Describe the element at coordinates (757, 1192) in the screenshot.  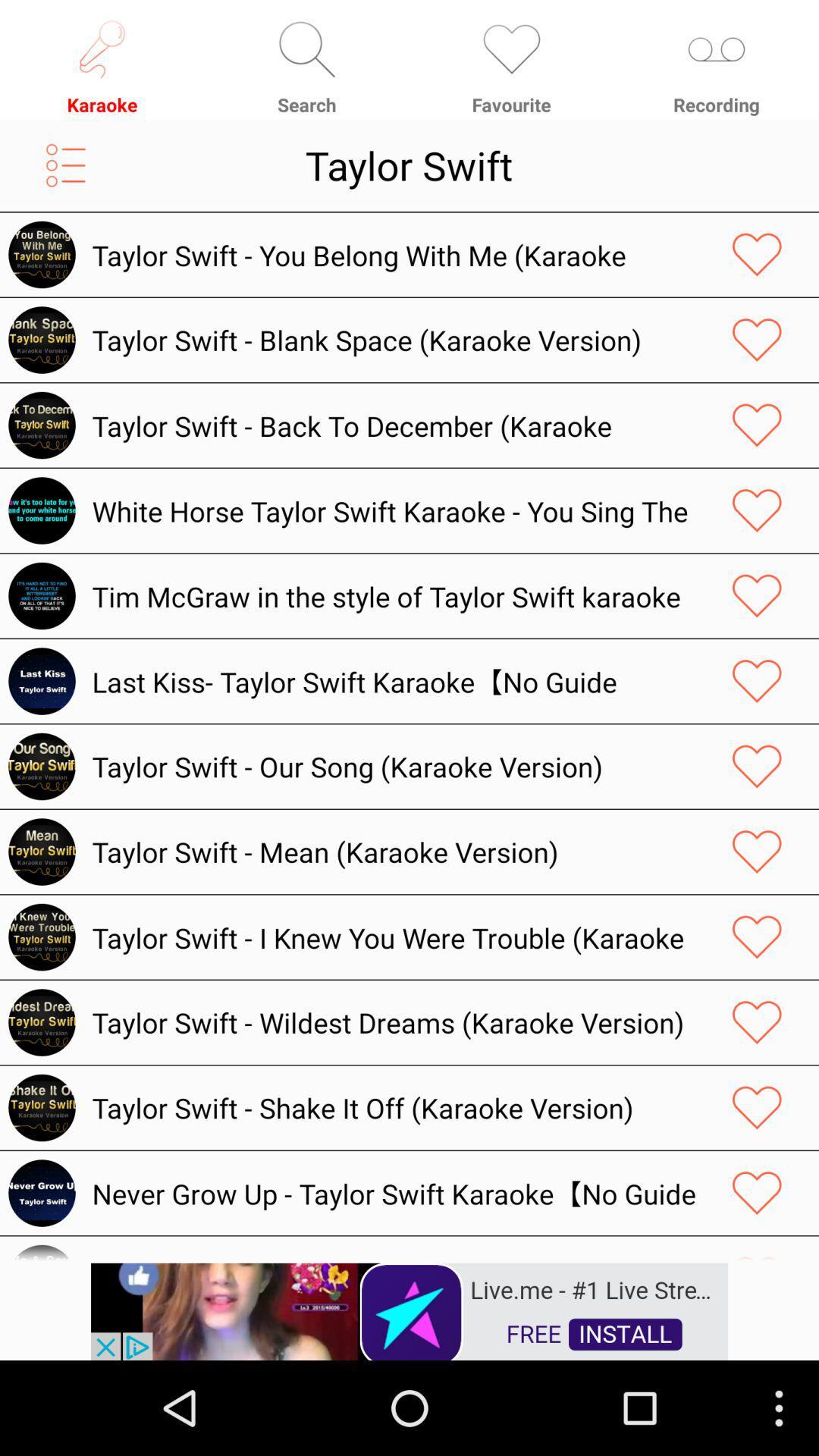
I see `like the song` at that location.